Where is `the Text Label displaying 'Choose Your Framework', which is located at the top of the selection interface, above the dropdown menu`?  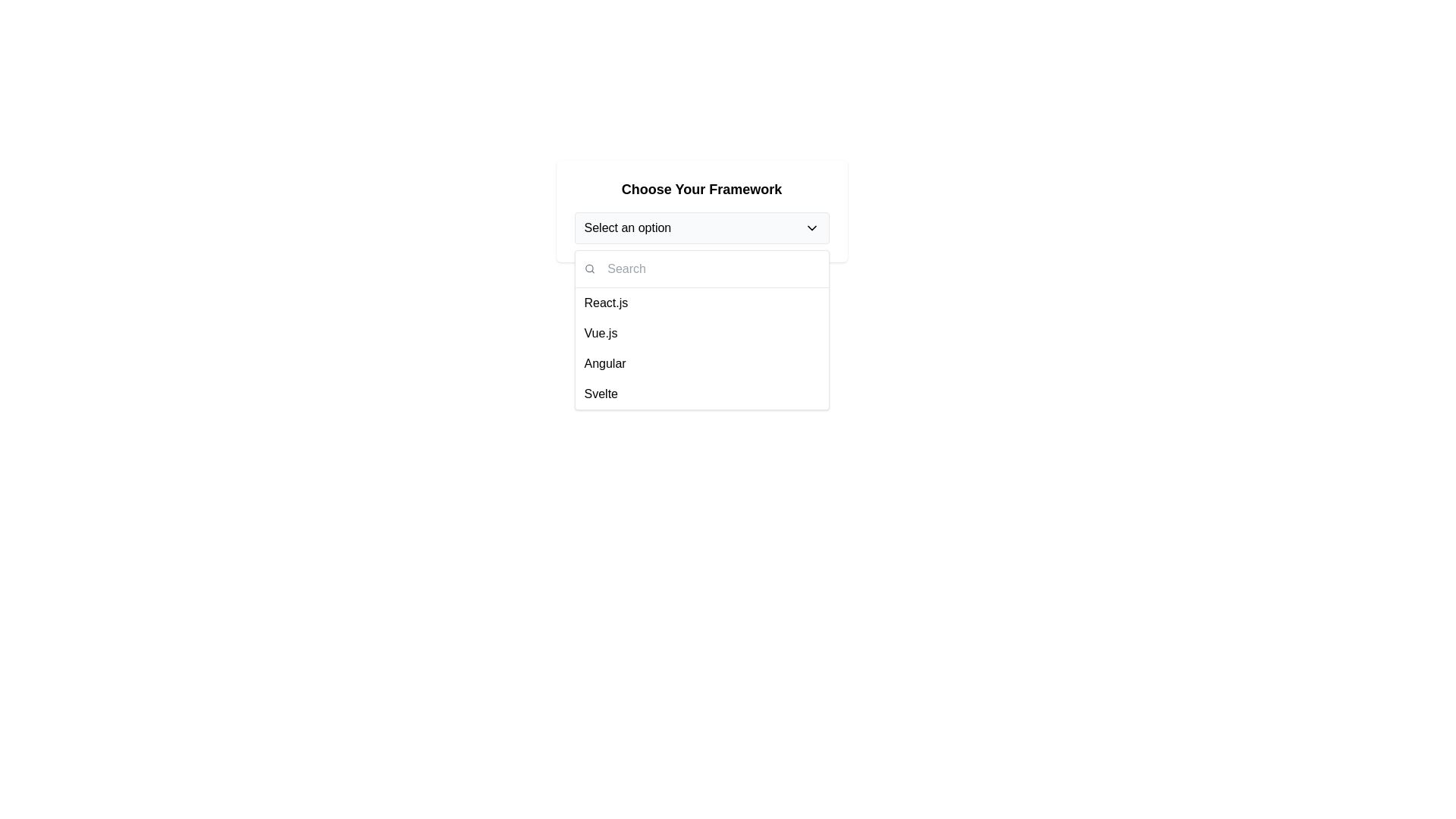
the Text Label displaying 'Choose Your Framework', which is located at the top of the selection interface, above the dropdown menu is located at coordinates (701, 189).